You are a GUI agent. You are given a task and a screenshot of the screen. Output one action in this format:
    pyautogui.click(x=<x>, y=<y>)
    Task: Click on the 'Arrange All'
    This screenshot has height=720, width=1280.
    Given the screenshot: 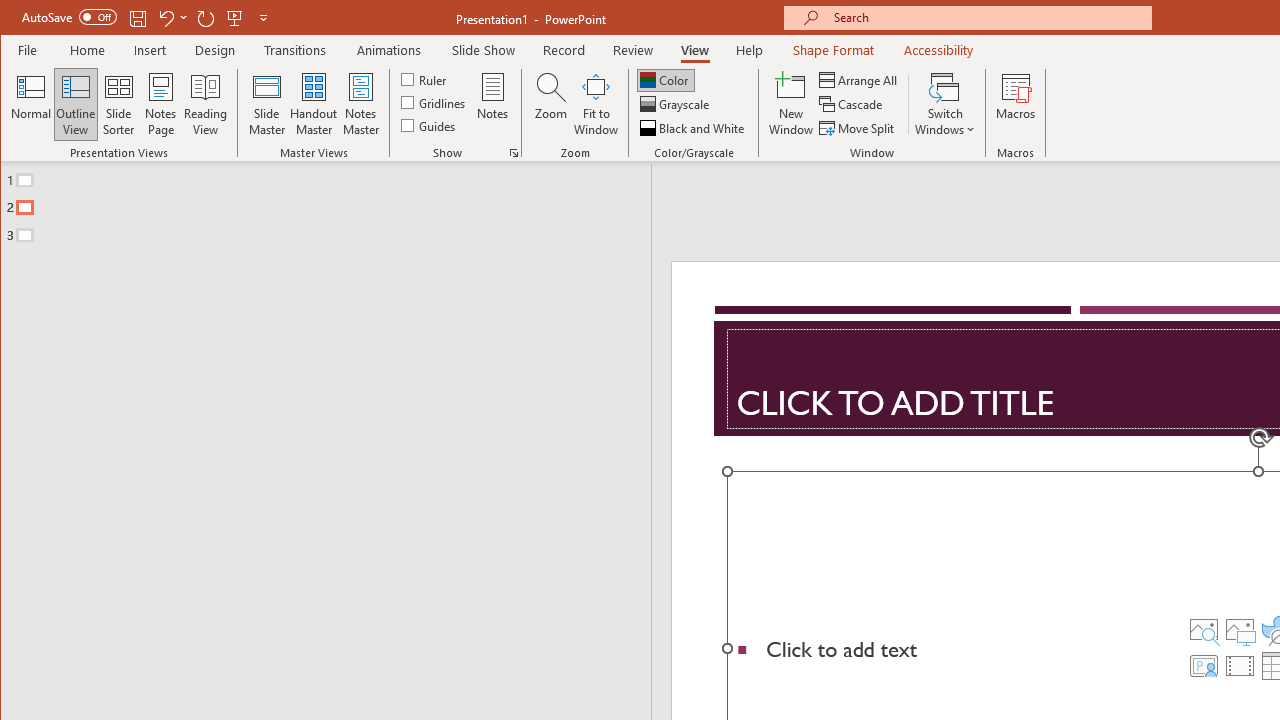 What is the action you would take?
    pyautogui.click(x=860, y=79)
    